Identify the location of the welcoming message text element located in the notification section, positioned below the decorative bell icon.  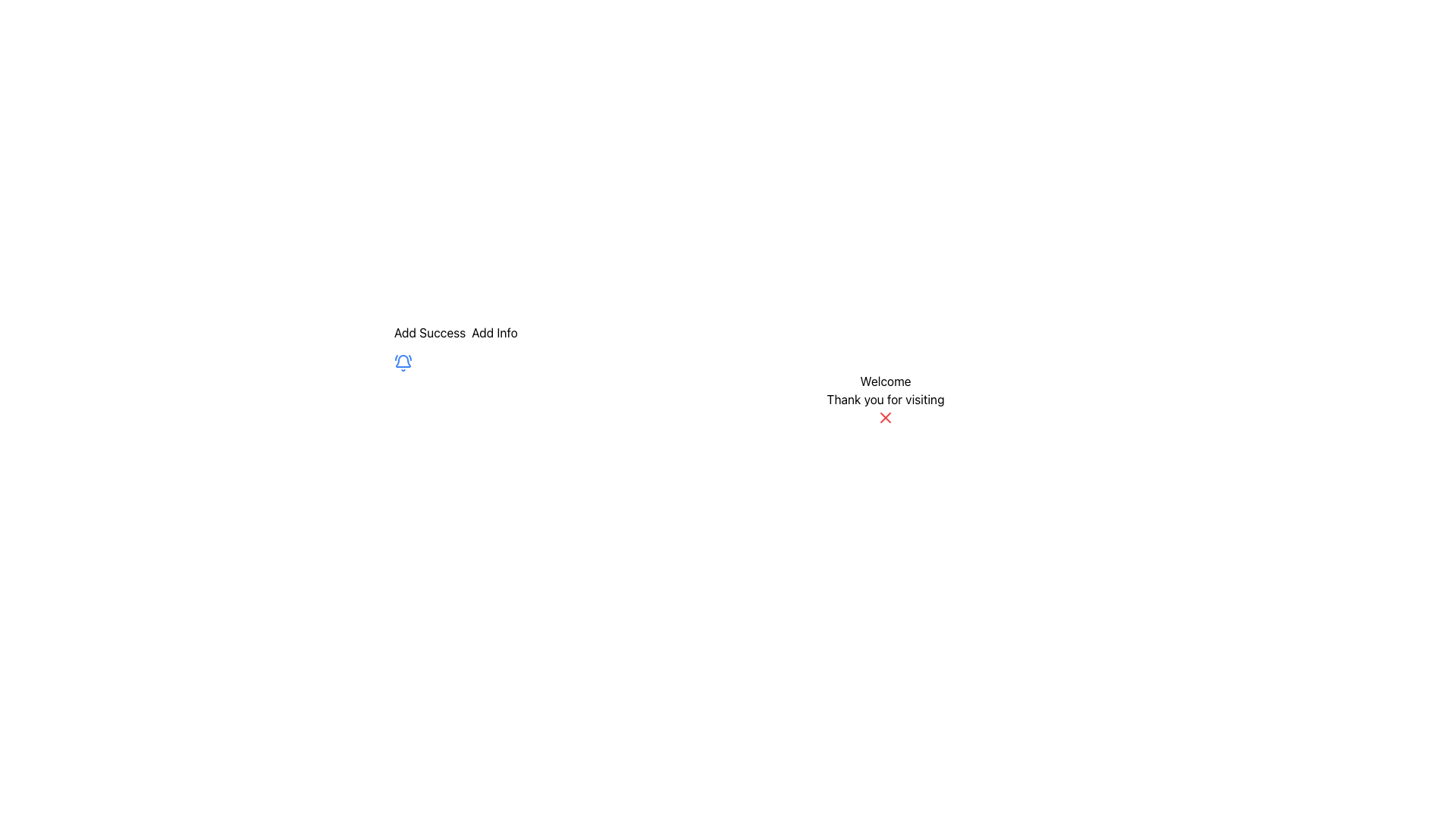
(885, 390).